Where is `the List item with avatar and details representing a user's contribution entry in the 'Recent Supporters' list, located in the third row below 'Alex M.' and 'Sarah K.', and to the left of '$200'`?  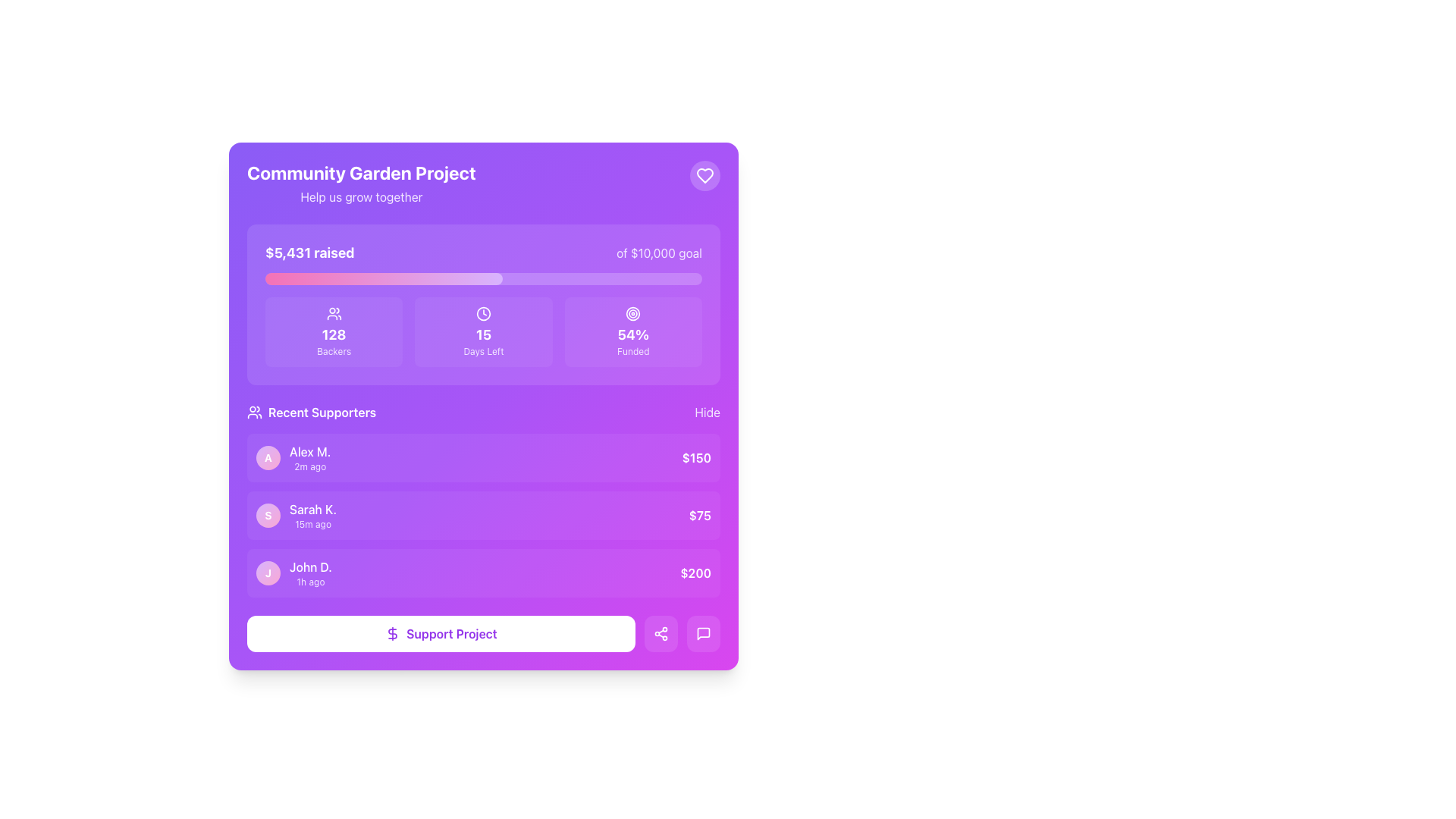 the List item with avatar and details representing a user's contribution entry in the 'Recent Supporters' list, located in the third row below 'Alex M.' and 'Sarah K.', and to the left of '$200' is located at coordinates (294, 573).